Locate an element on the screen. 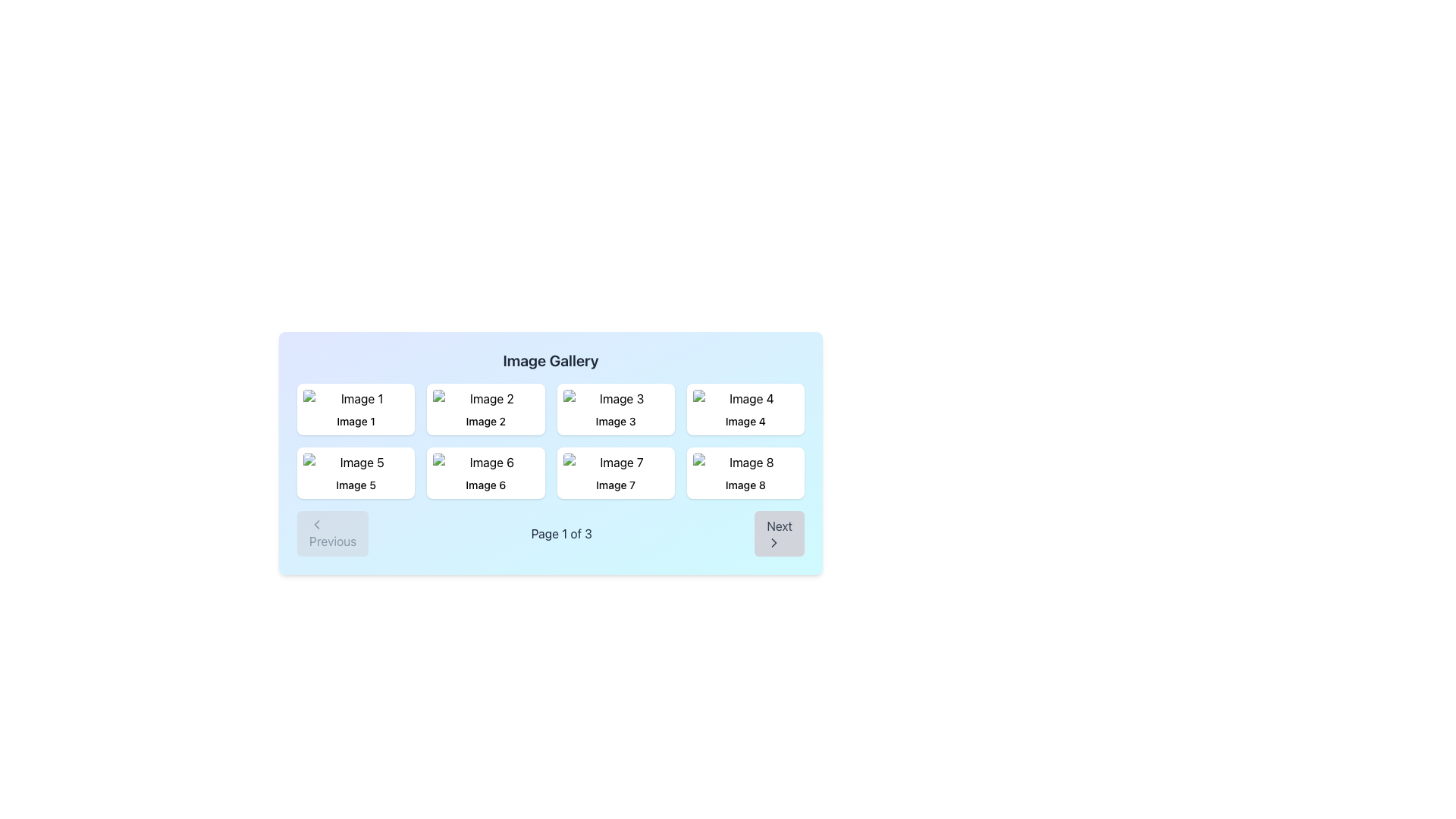 Image resolution: width=1456 pixels, height=819 pixels. the Information card located in the top-left corner of a 2x4 grid layout, which contains an image at the top and text 'Image 1' below it is located at coordinates (355, 409).